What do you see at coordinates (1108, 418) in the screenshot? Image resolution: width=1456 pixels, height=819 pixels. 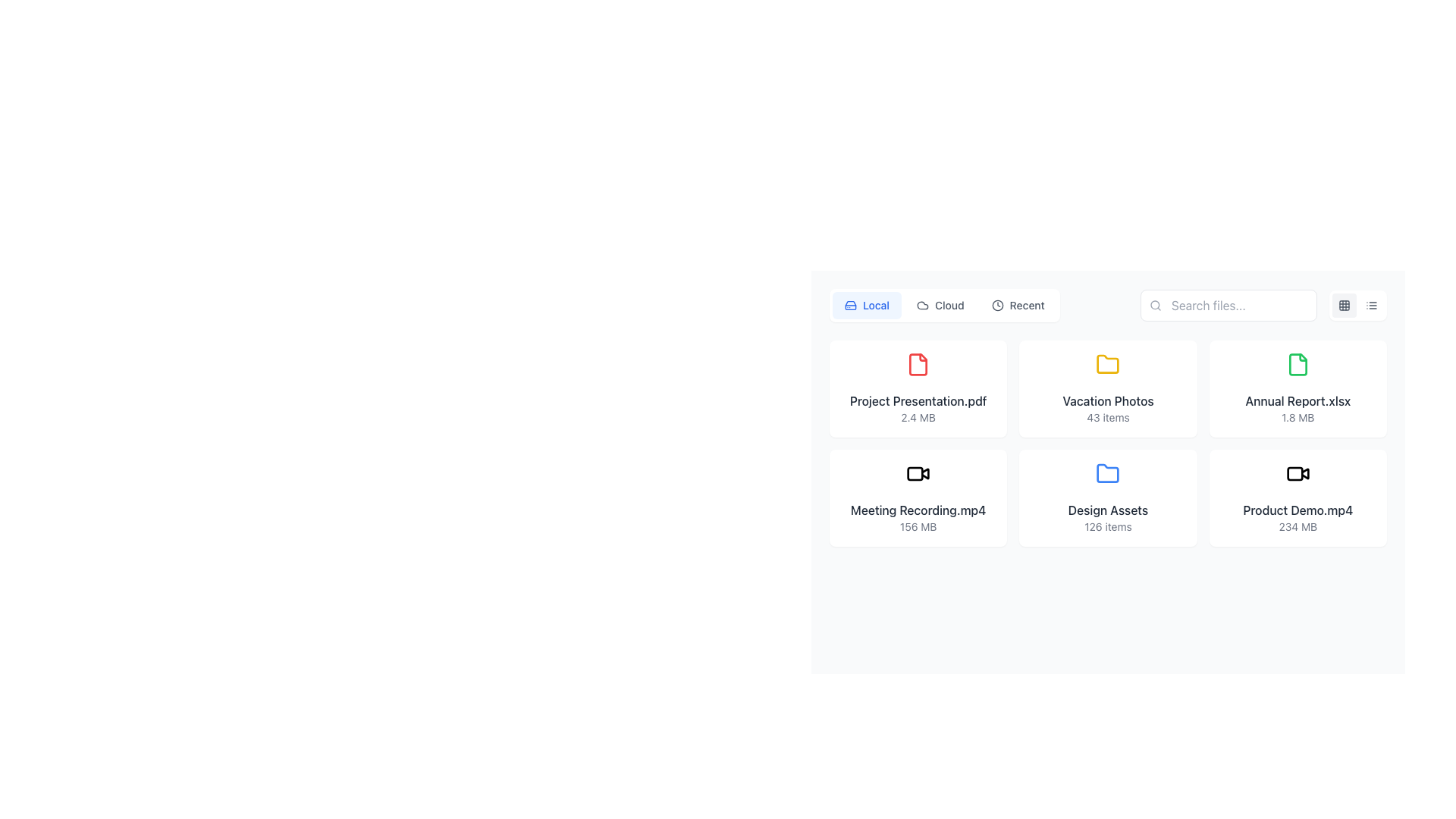 I see `the Text Label displaying metadata about the 'Vacation Photos' folder, which indicates there are 43 items in the folder` at bounding box center [1108, 418].